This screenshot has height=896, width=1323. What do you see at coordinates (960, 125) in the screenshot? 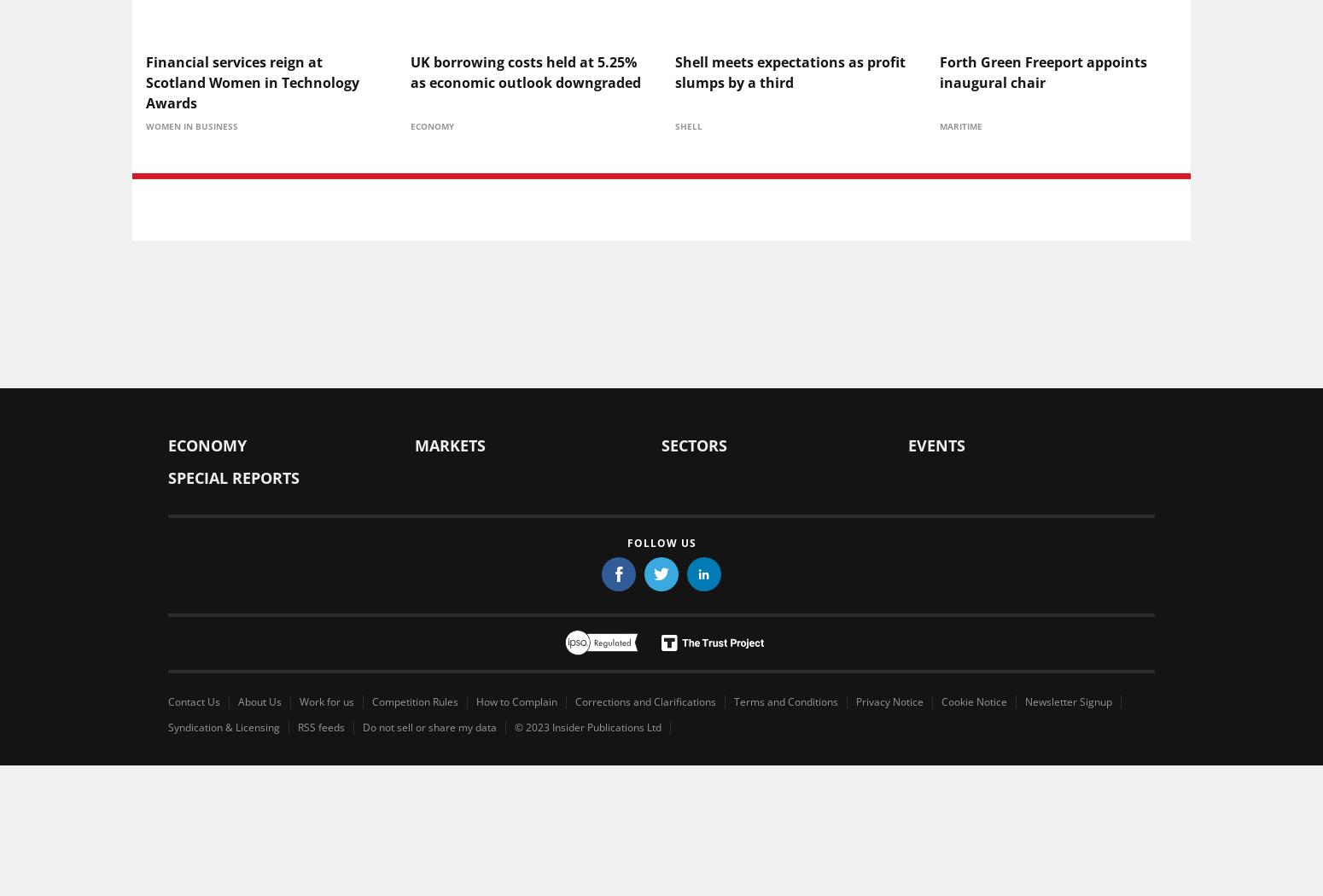
I see `'Maritime'` at bounding box center [960, 125].